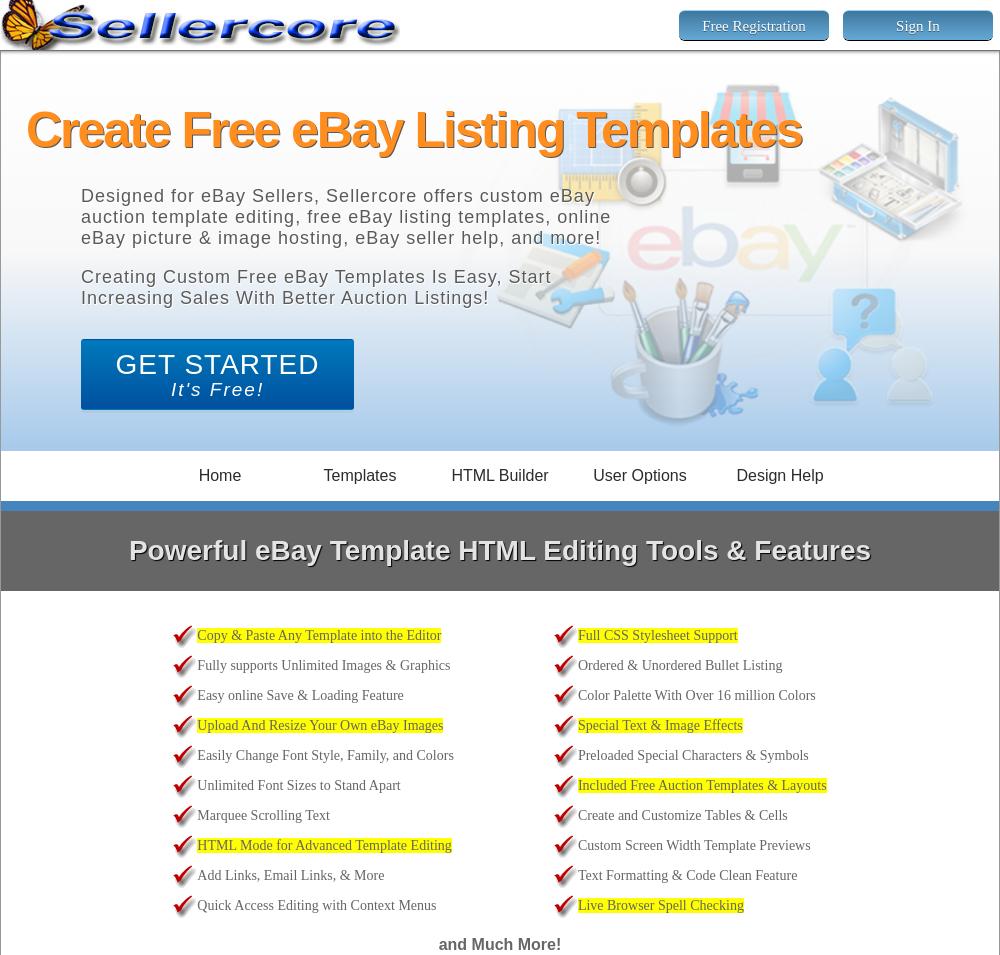 The image size is (1000, 955). I want to click on 'Included Free Auction Templates & Layouts', so click(700, 784).